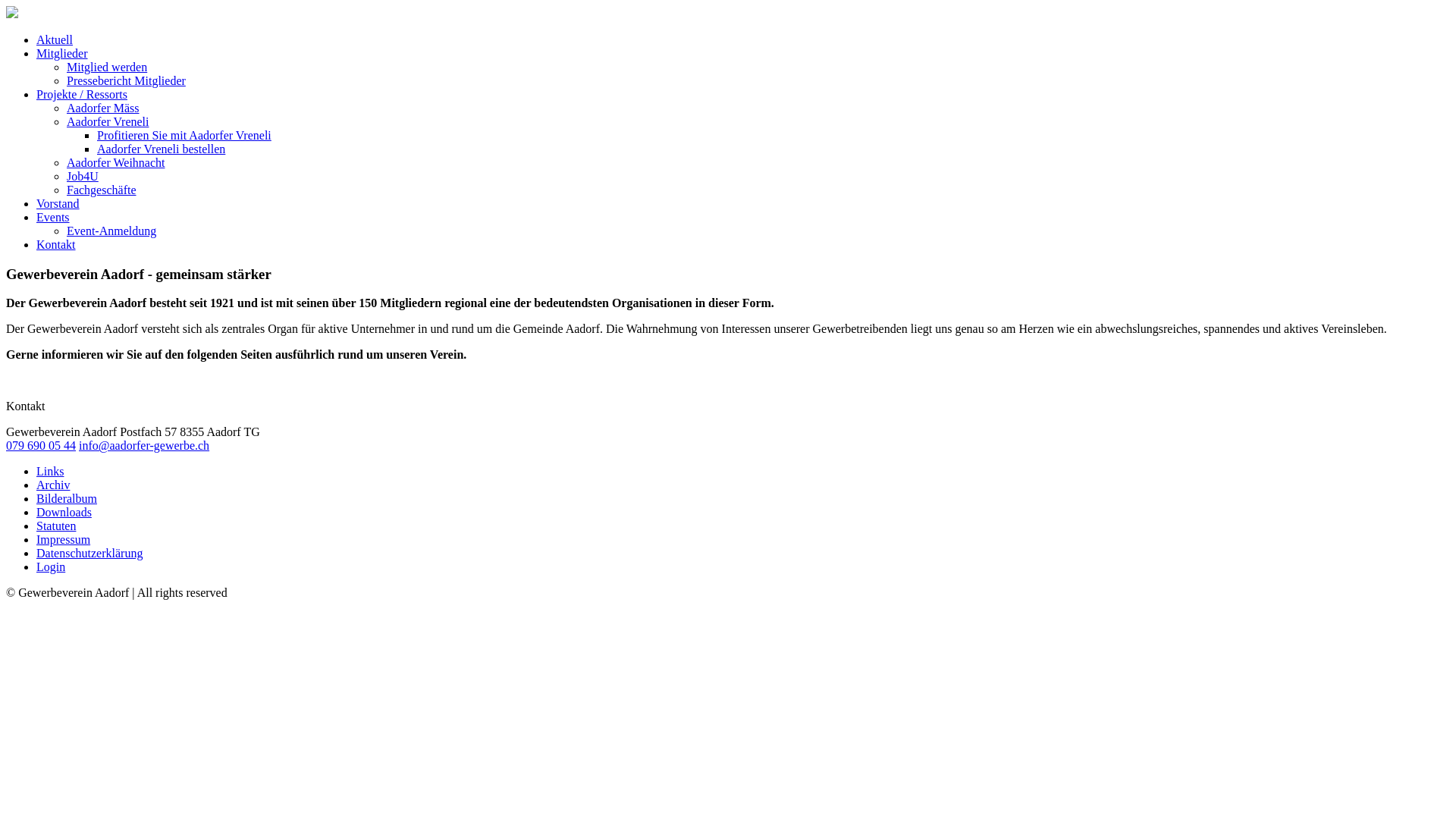  I want to click on 'Event-Anmeldung', so click(111, 231).